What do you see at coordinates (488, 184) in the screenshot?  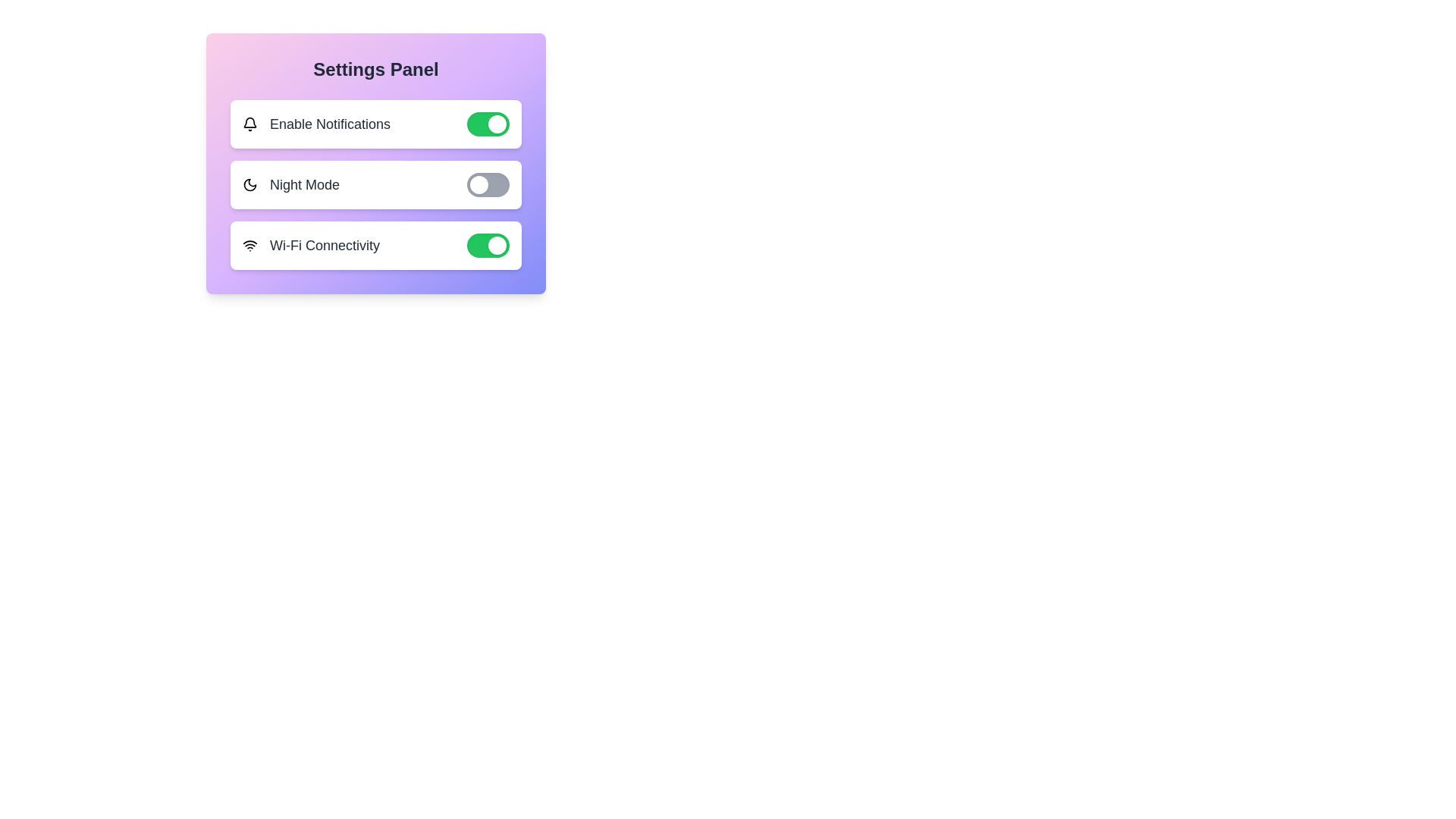 I see `the 'Night Mode' switch to toggle its state` at bounding box center [488, 184].